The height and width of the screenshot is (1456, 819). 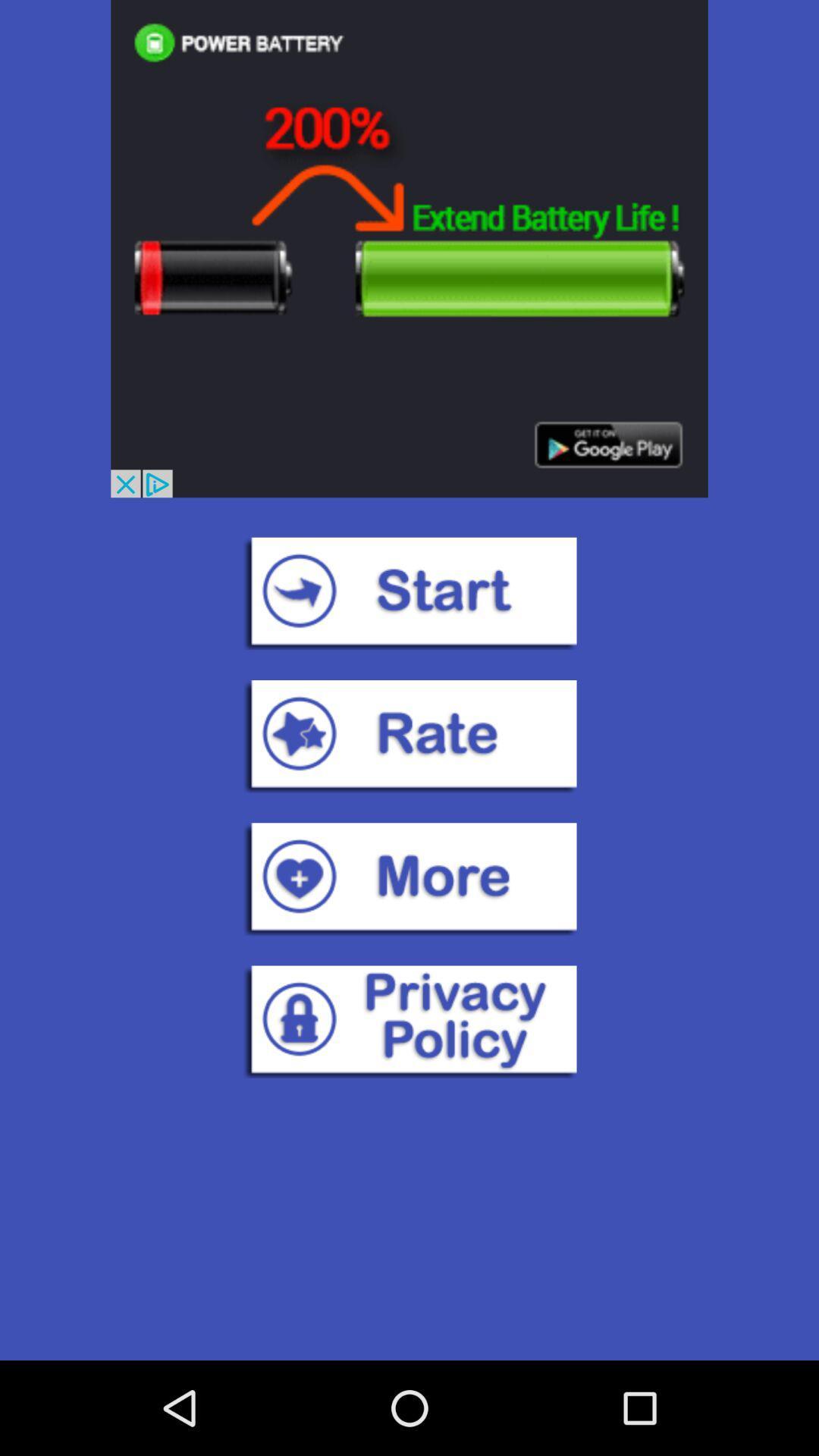 I want to click on start, so click(x=409, y=592).